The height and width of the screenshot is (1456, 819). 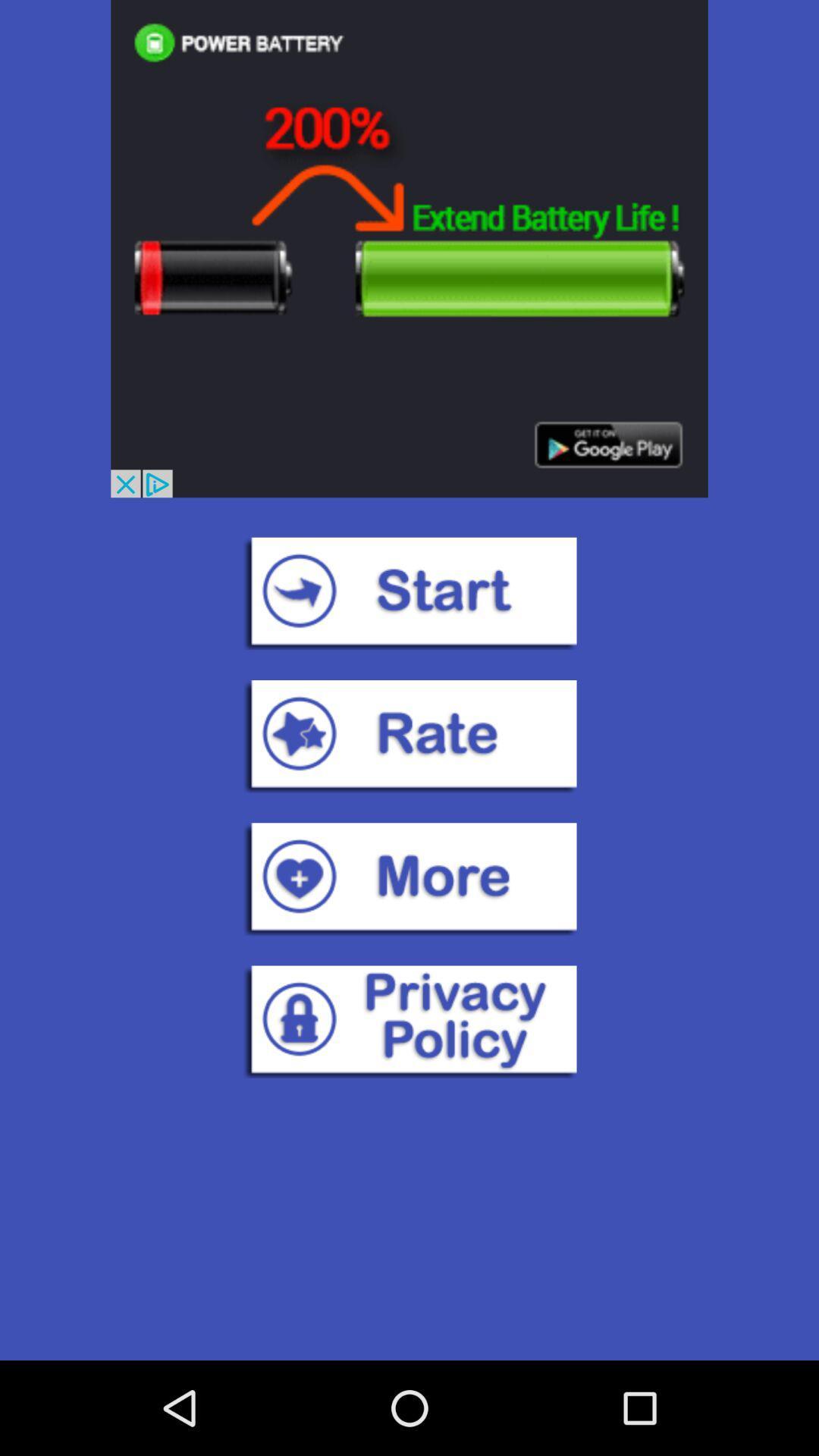 I want to click on start, so click(x=409, y=592).